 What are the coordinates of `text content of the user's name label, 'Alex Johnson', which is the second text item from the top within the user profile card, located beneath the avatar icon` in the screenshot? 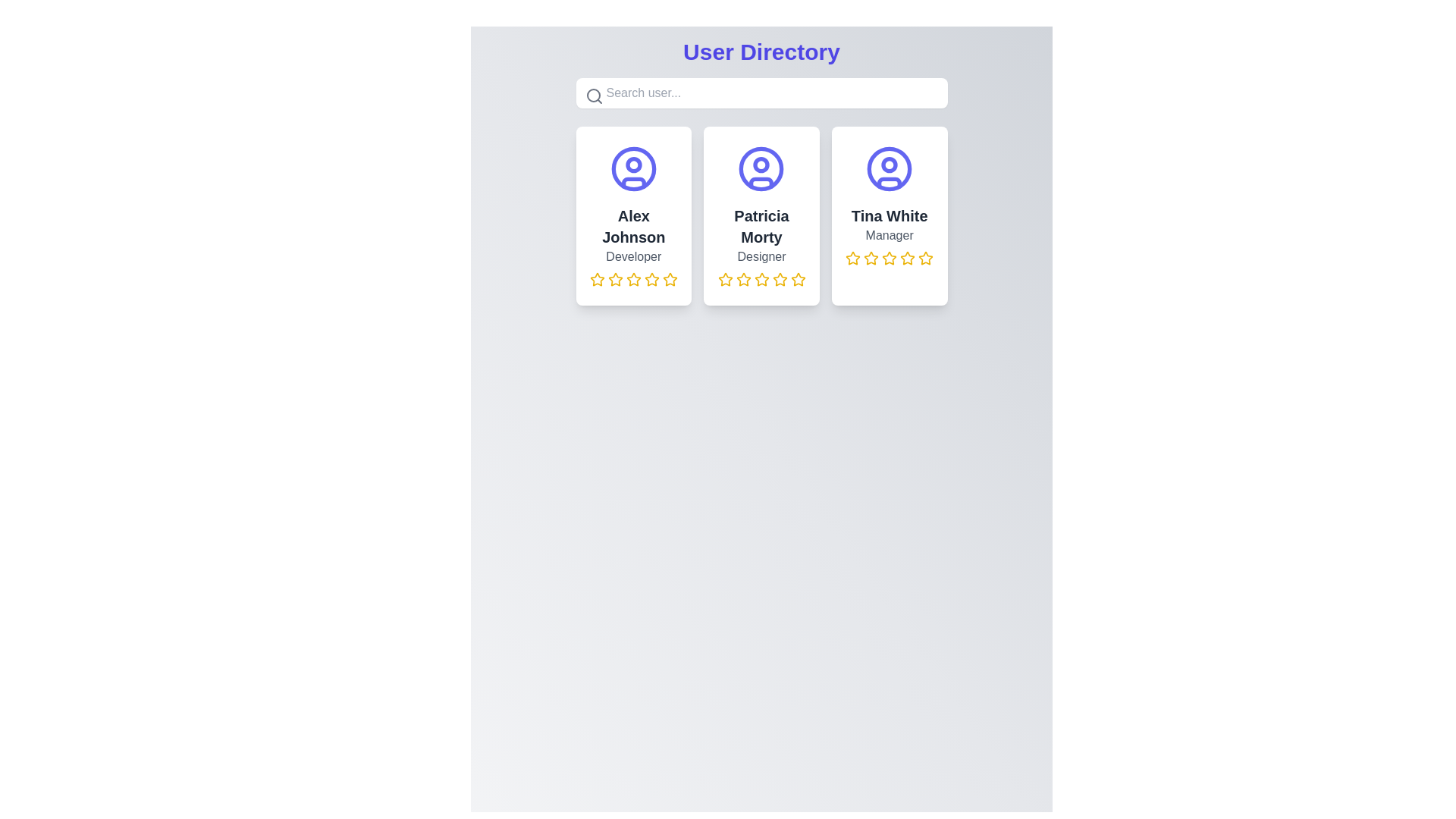 It's located at (633, 227).